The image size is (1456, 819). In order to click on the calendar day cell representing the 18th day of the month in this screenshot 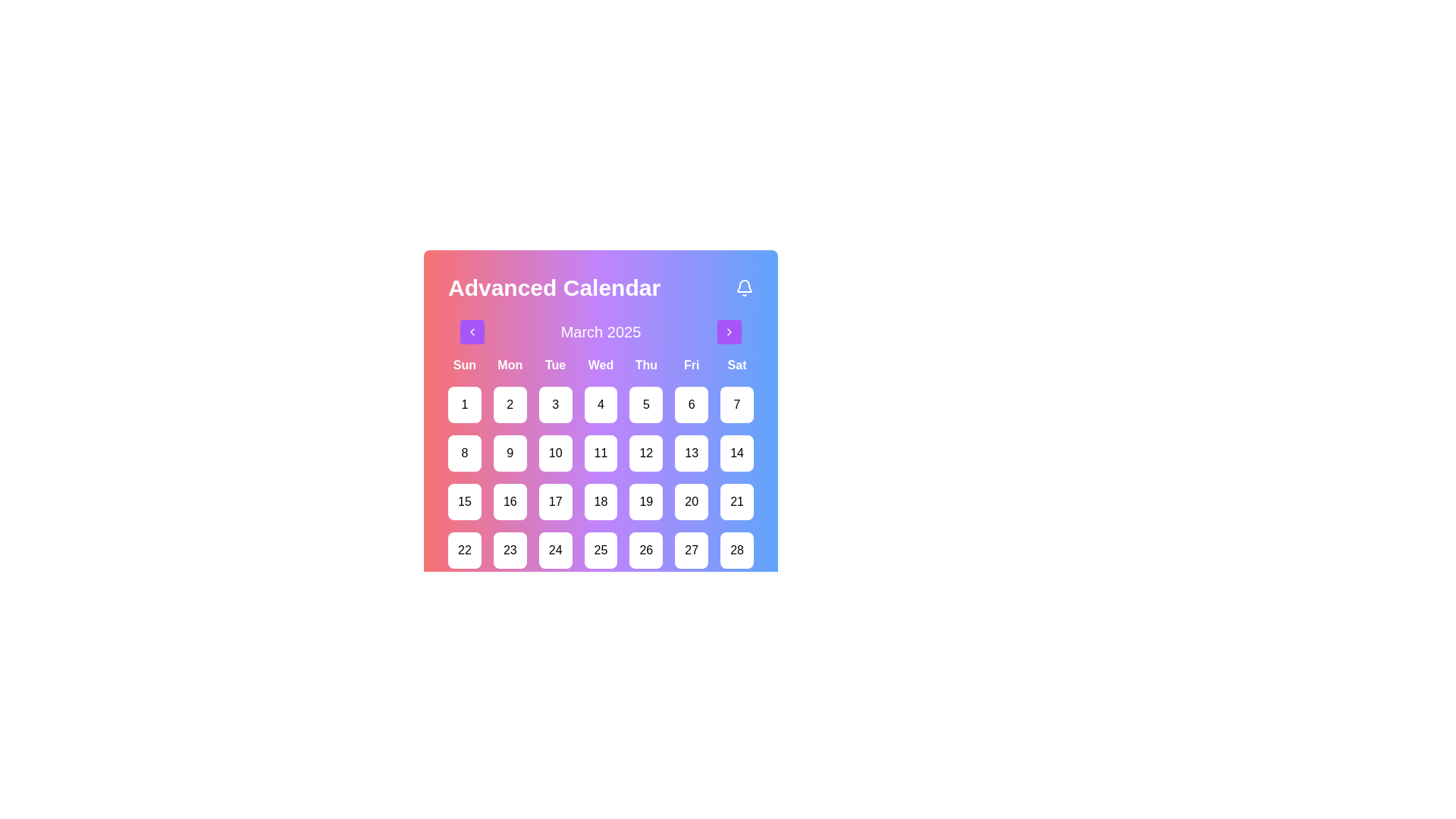, I will do `click(600, 502)`.